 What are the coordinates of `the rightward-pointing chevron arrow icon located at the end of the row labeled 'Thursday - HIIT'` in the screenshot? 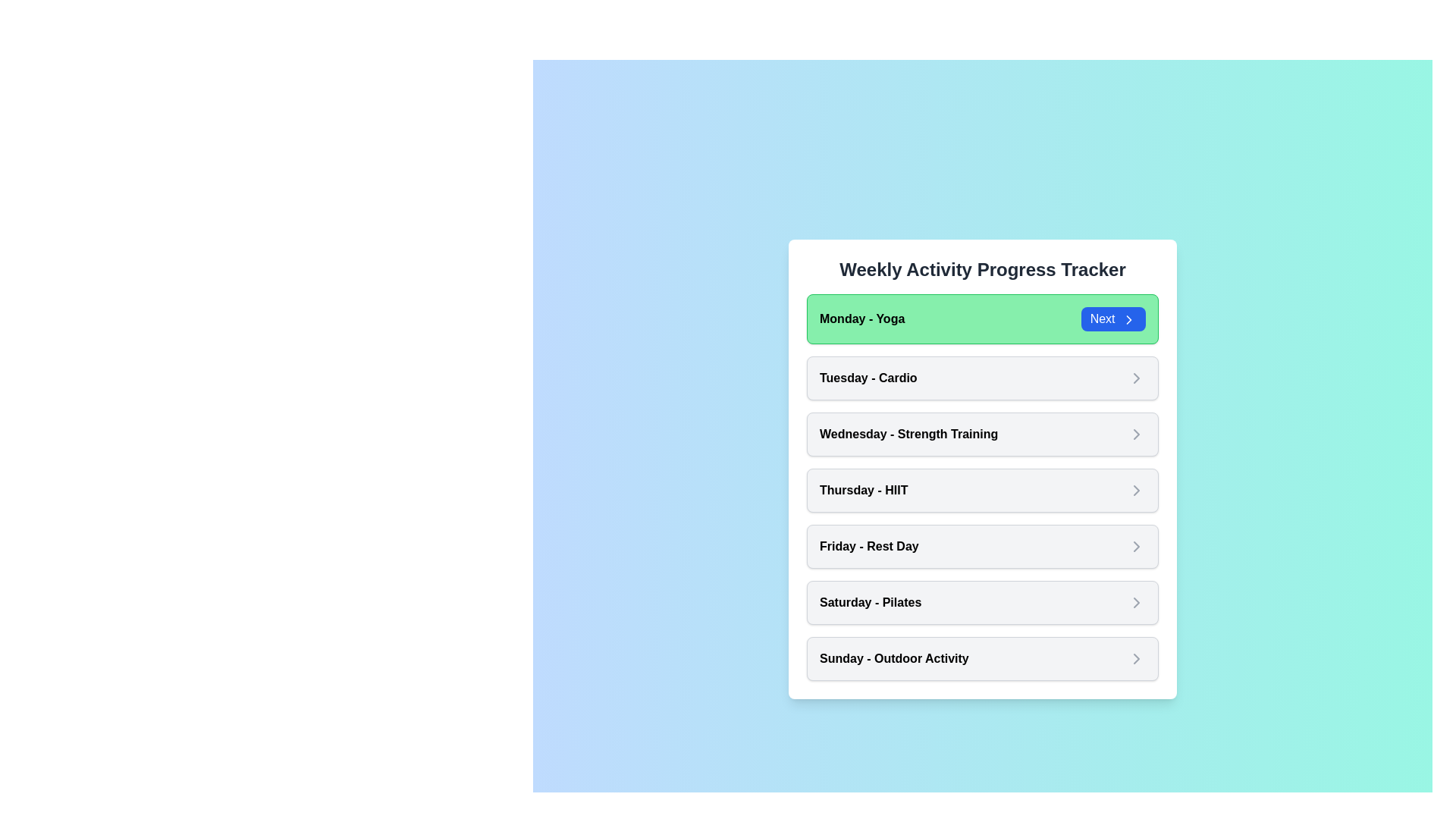 It's located at (1136, 491).